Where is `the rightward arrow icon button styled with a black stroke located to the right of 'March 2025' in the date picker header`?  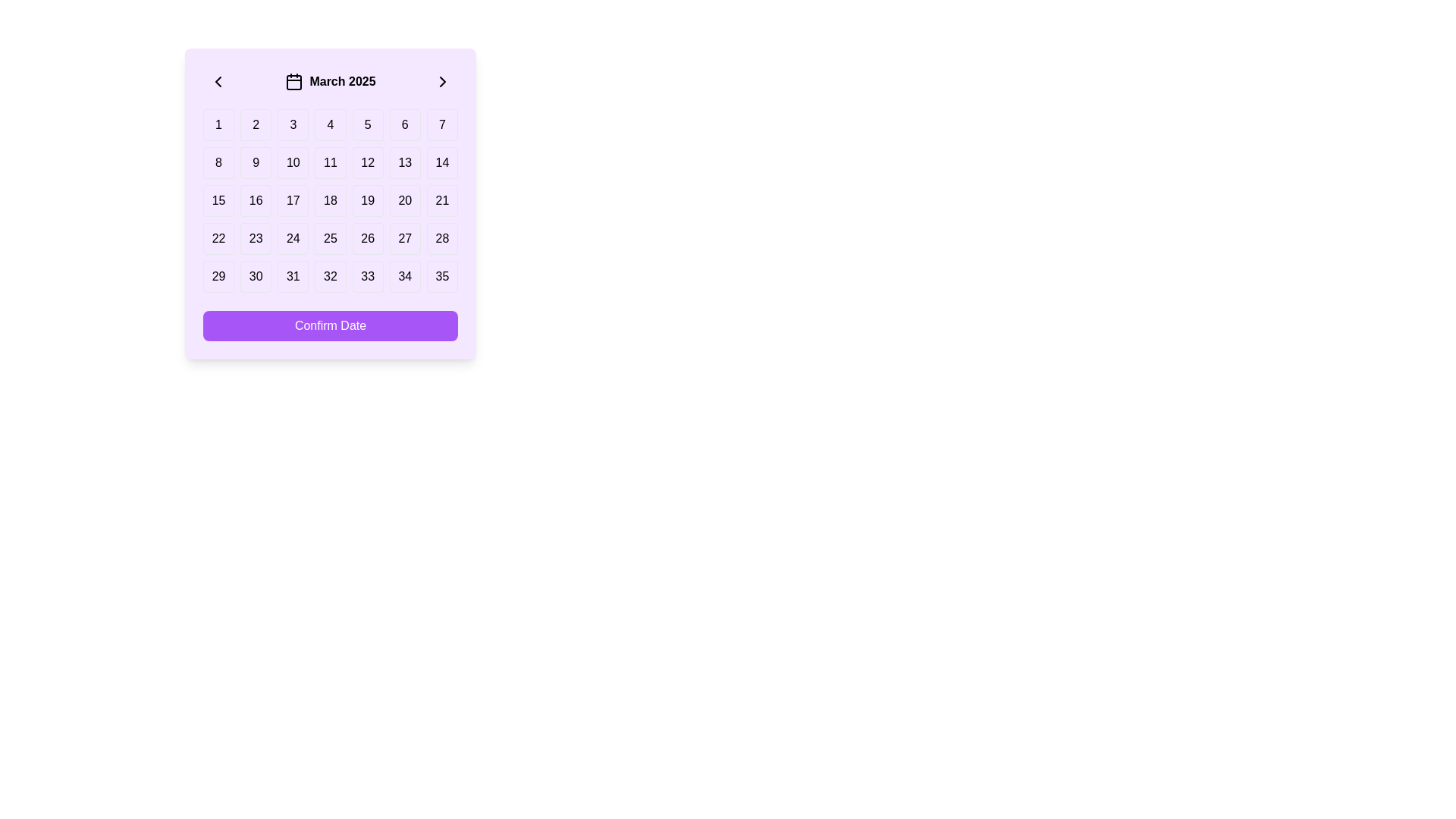 the rightward arrow icon button styled with a black stroke located to the right of 'March 2025' in the date picker header is located at coordinates (442, 82).